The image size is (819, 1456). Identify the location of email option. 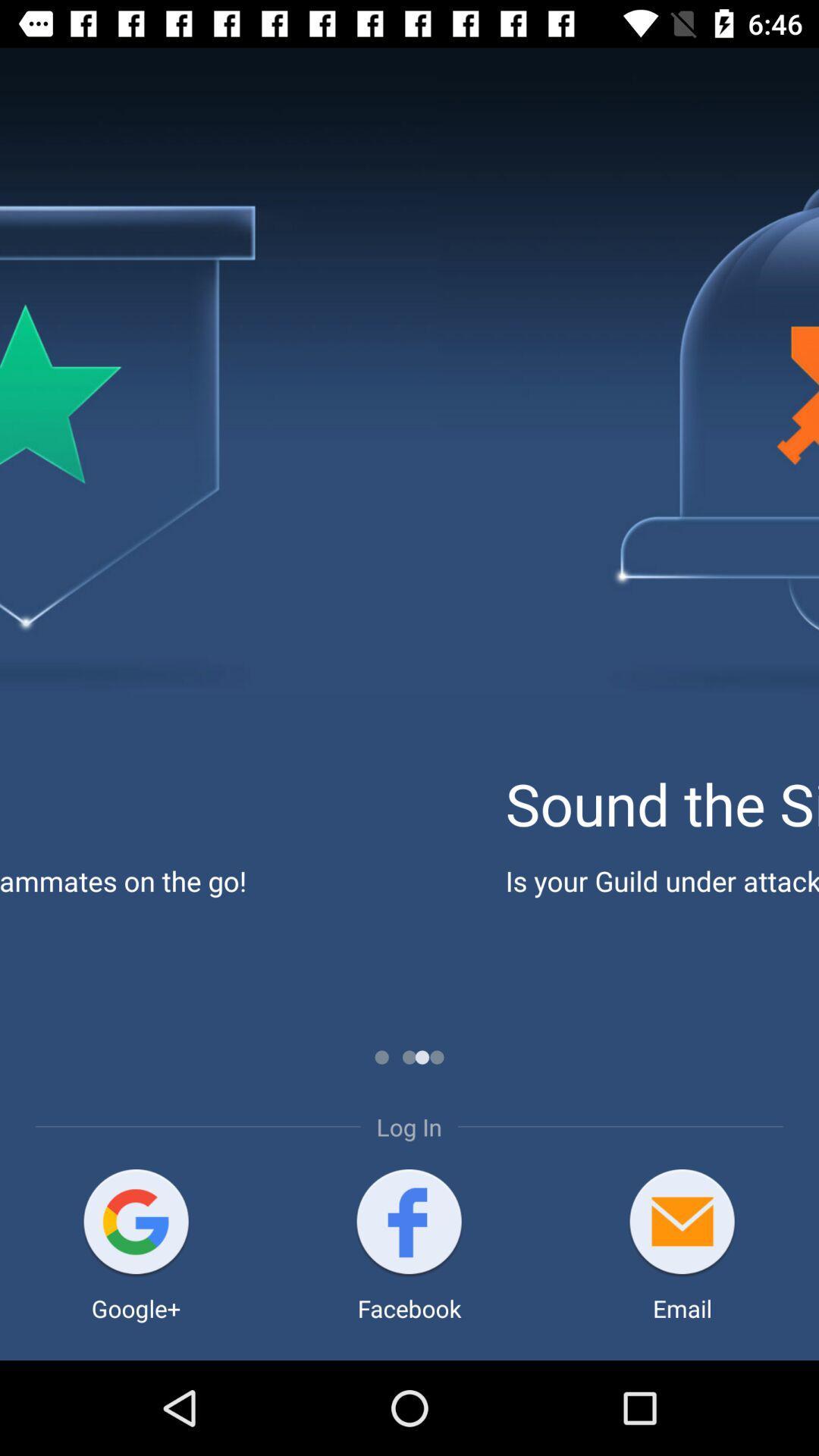
(681, 1223).